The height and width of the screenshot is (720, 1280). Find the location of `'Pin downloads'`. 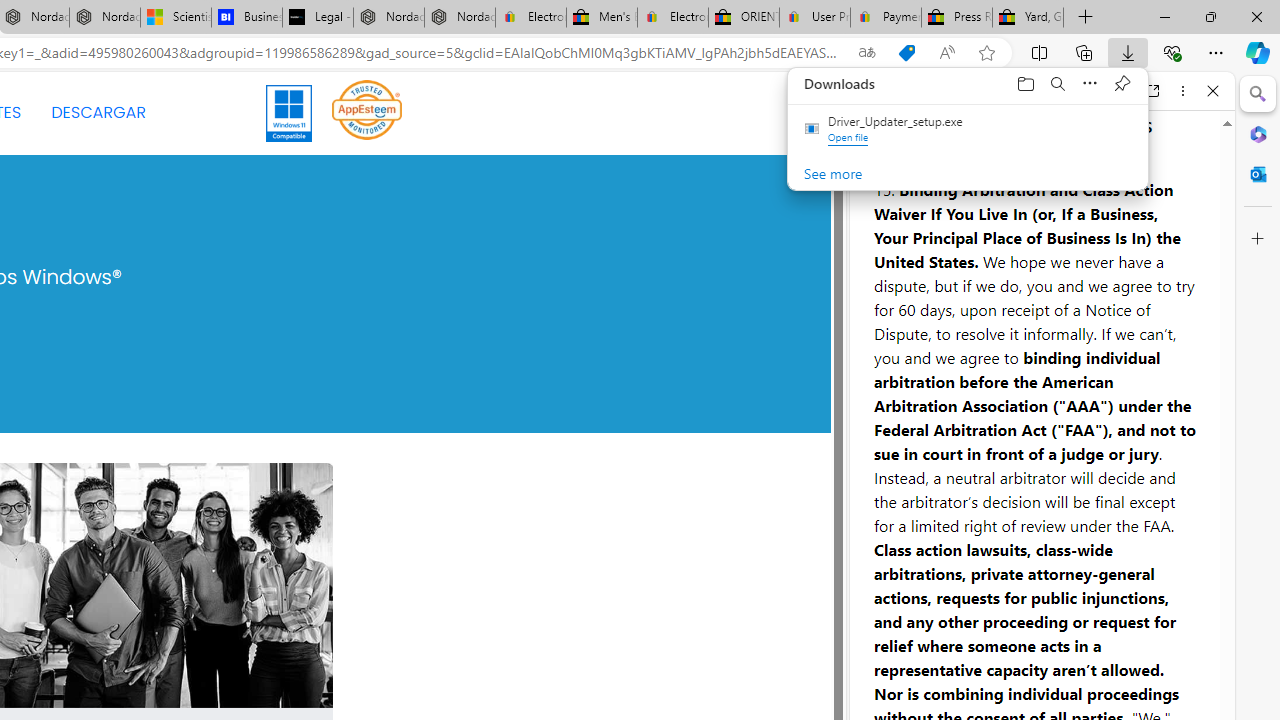

'Pin downloads' is located at coordinates (1122, 82).